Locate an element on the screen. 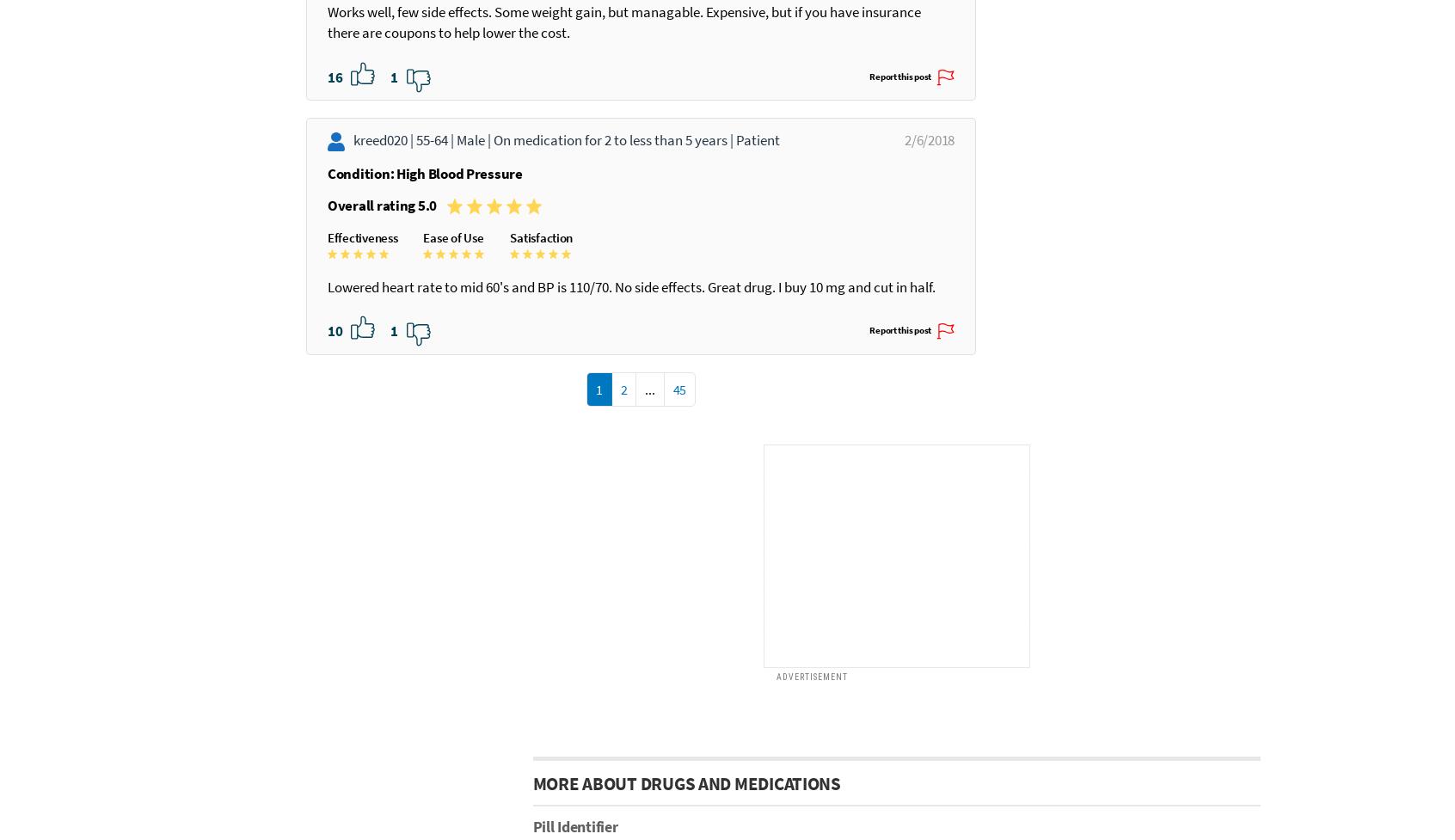  'Lowered heart rate to mid 60's and BP is 110/70. No side effects. Great drug. I buy 10 mg and cut in half.' is located at coordinates (616, 442).